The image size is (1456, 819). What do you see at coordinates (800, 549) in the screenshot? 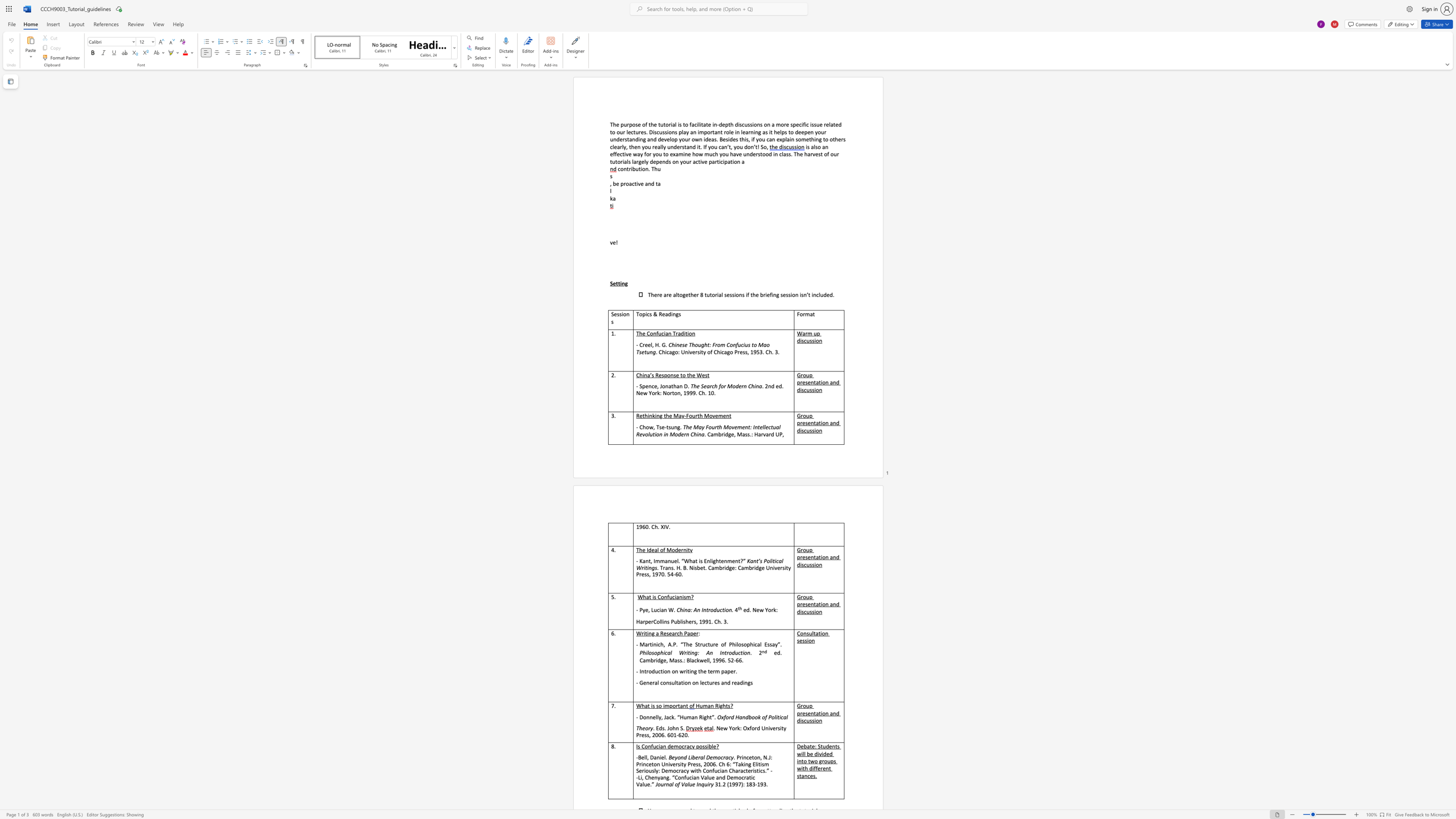
I see `the subset text "roup" within the text "Group presentation and discussion"` at bounding box center [800, 549].